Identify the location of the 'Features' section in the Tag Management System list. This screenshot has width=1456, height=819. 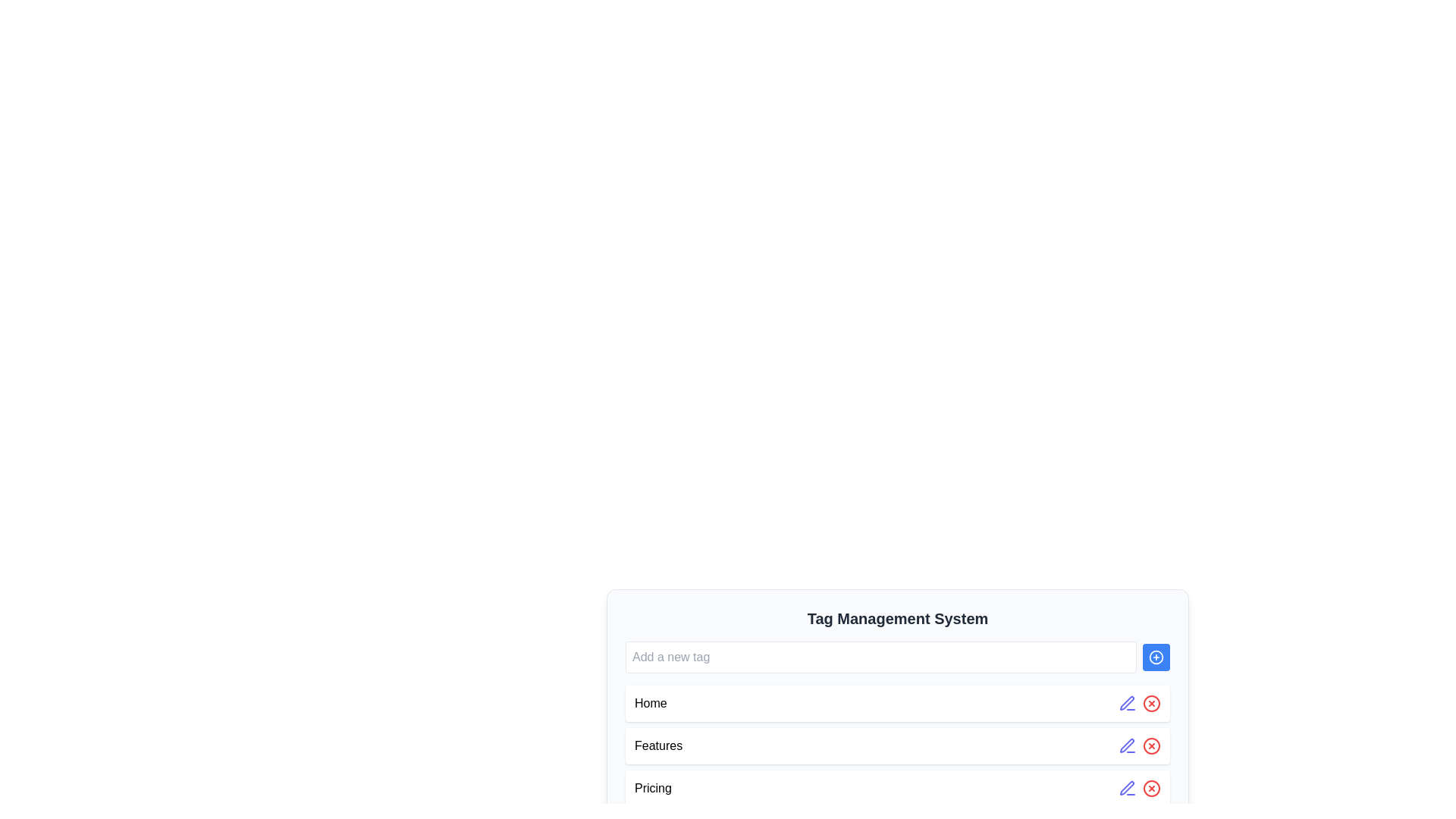
(898, 745).